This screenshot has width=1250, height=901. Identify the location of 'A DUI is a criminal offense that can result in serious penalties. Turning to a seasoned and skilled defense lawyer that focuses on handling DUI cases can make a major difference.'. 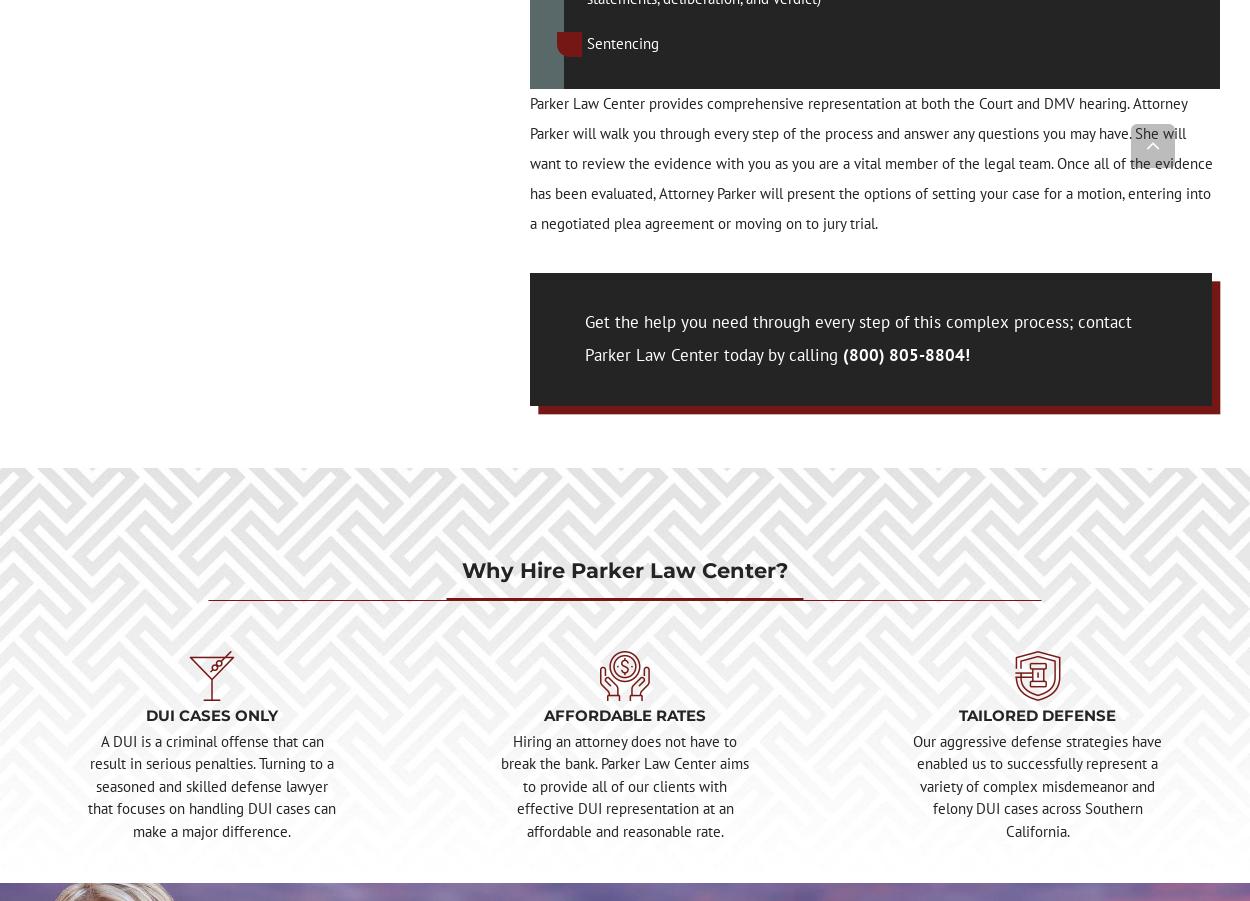
(211, 784).